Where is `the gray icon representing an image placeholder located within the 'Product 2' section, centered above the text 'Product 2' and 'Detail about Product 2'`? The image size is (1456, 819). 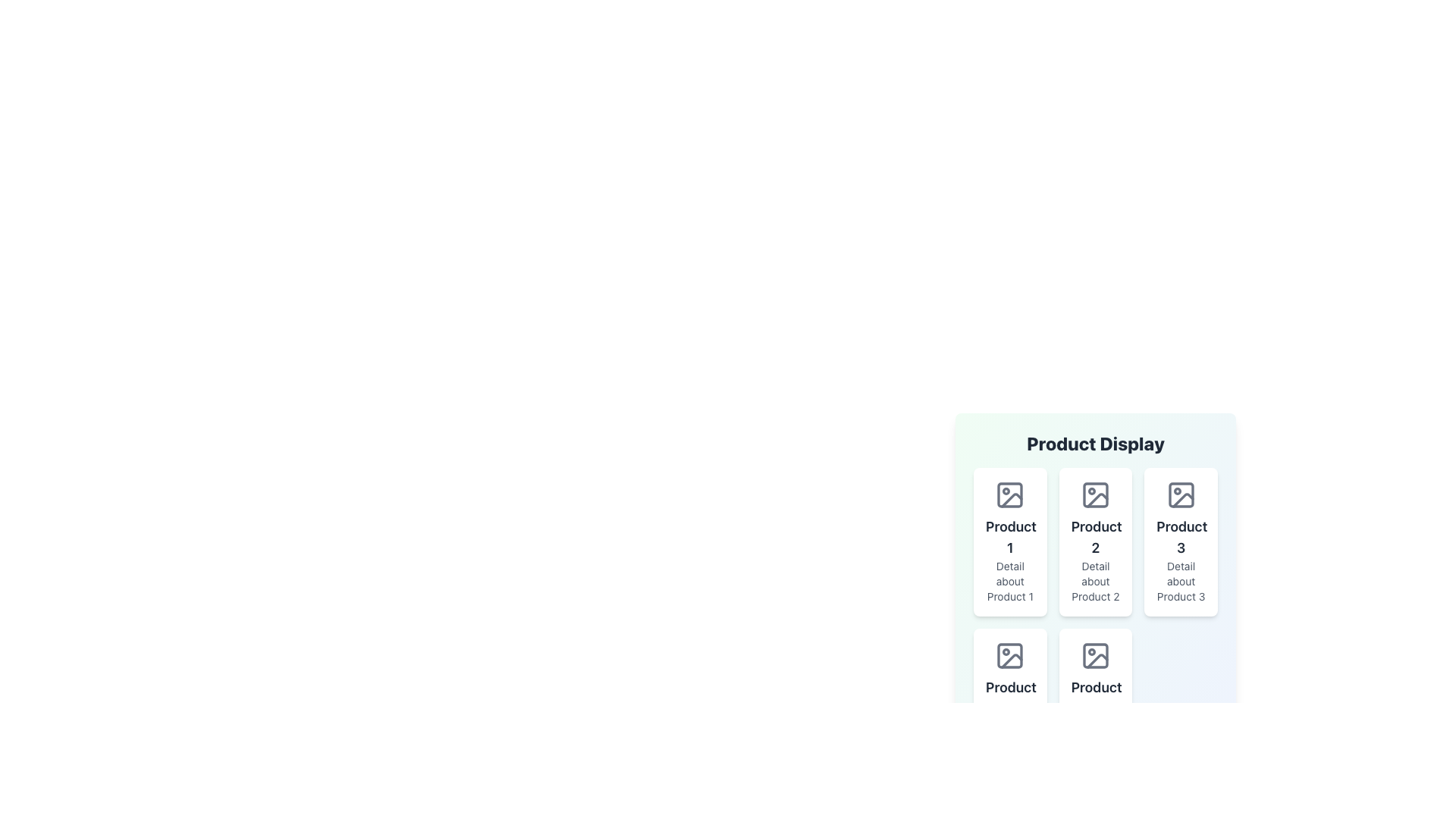 the gray icon representing an image placeholder located within the 'Product 2' section, centered above the text 'Product 2' and 'Detail about Product 2' is located at coordinates (1095, 494).